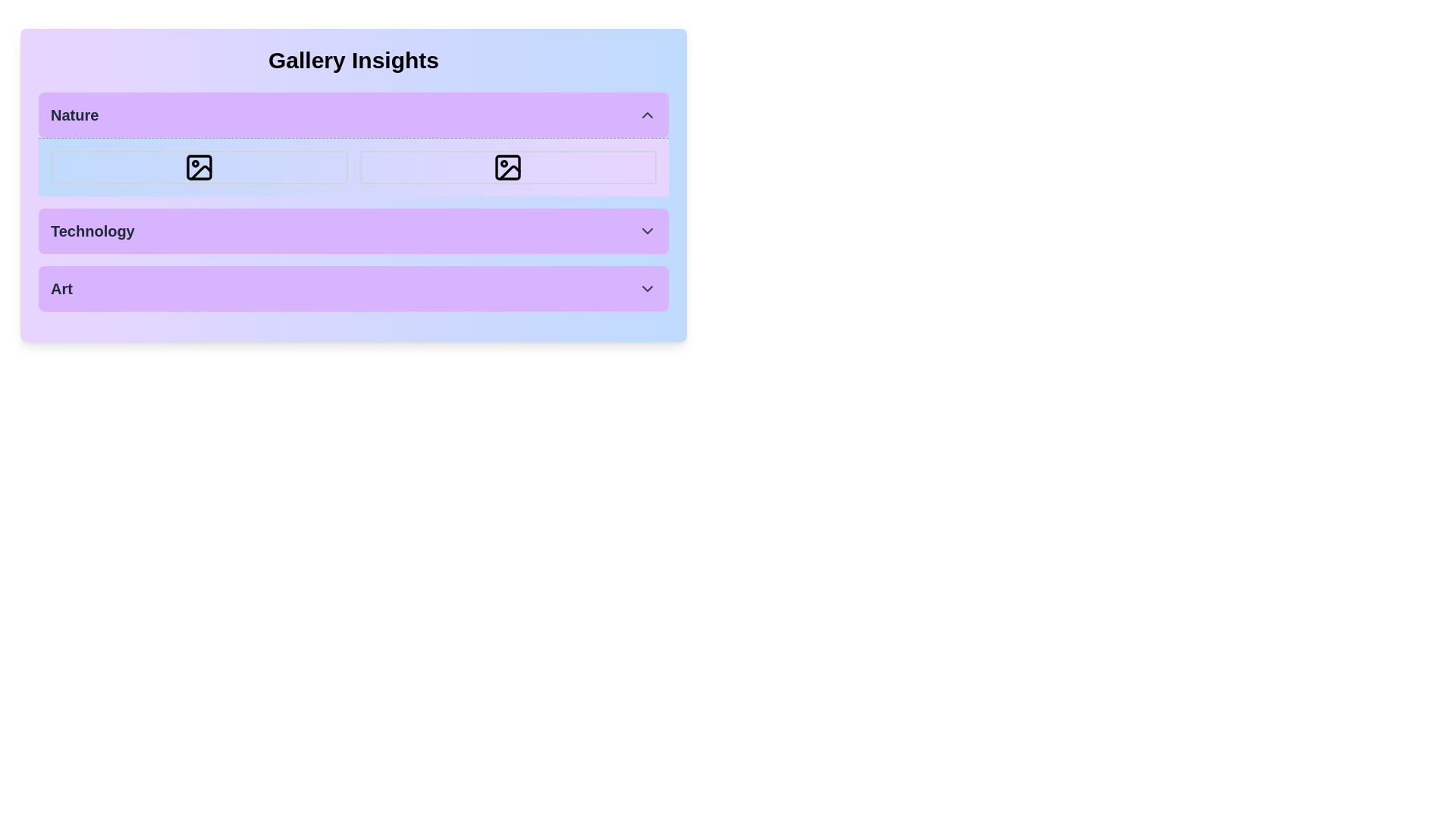  Describe the element at coordinates (648, 231) in the screenshot. I see `the interactive icon on the right side of the 'Technology' section to trigger a tooltip or visual effect` at that location.